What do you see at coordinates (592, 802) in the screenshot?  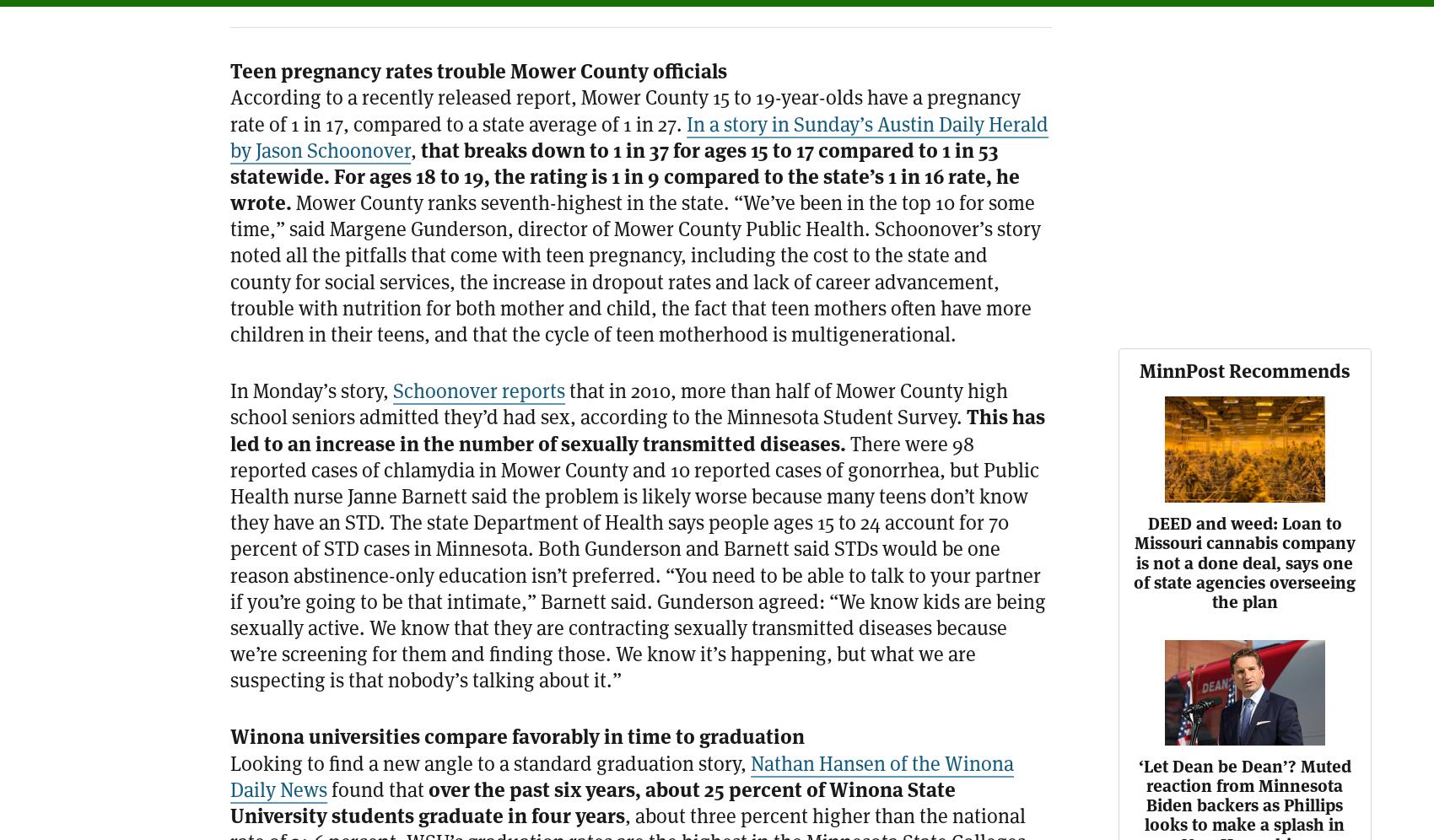 I see `'over the past six years, about 25 percent of Winona State University students graduate in four years'` at bounding box center [592, 802].